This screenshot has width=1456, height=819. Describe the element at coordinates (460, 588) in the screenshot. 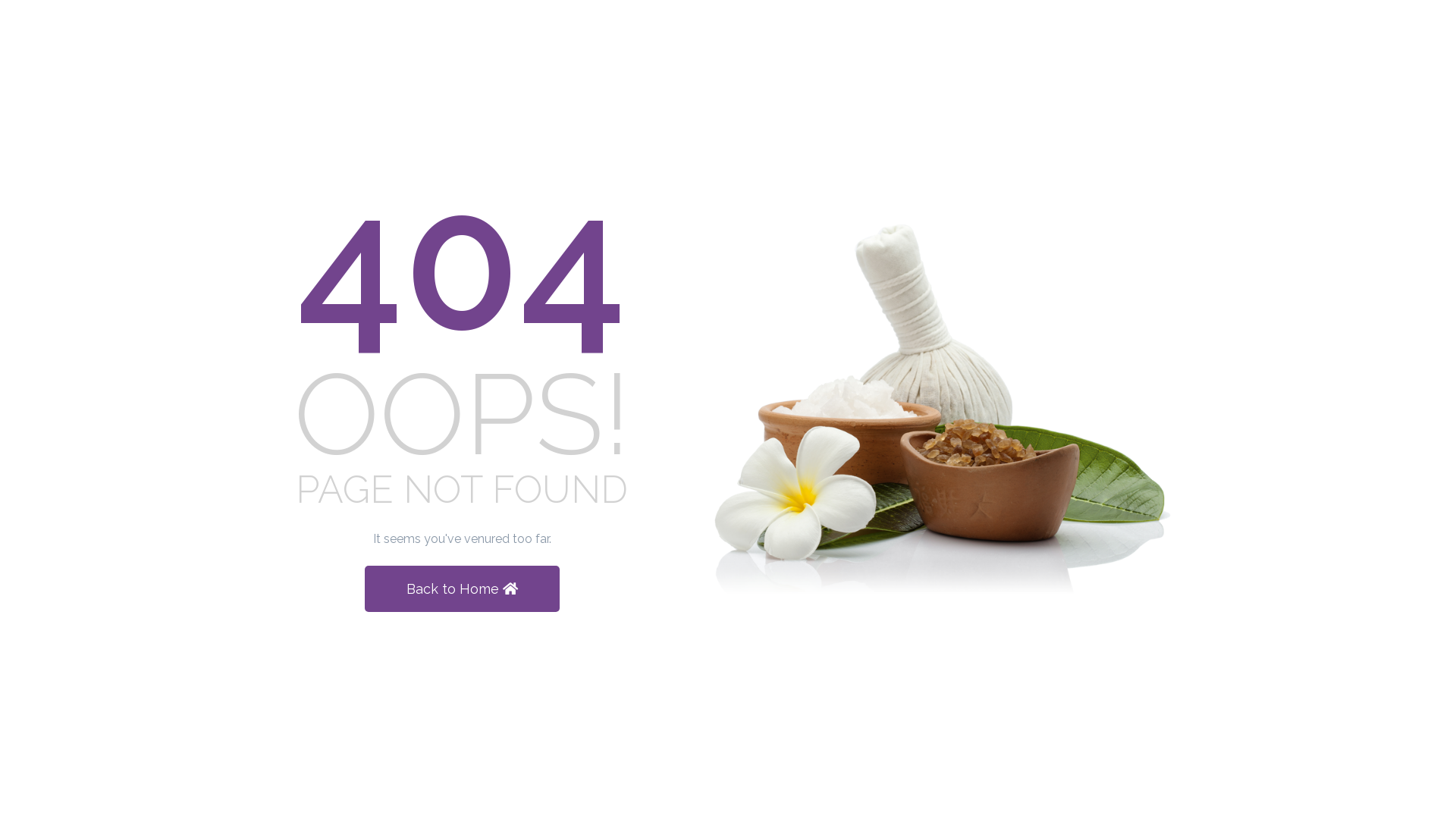

I see `'Back to Home'` at that location.